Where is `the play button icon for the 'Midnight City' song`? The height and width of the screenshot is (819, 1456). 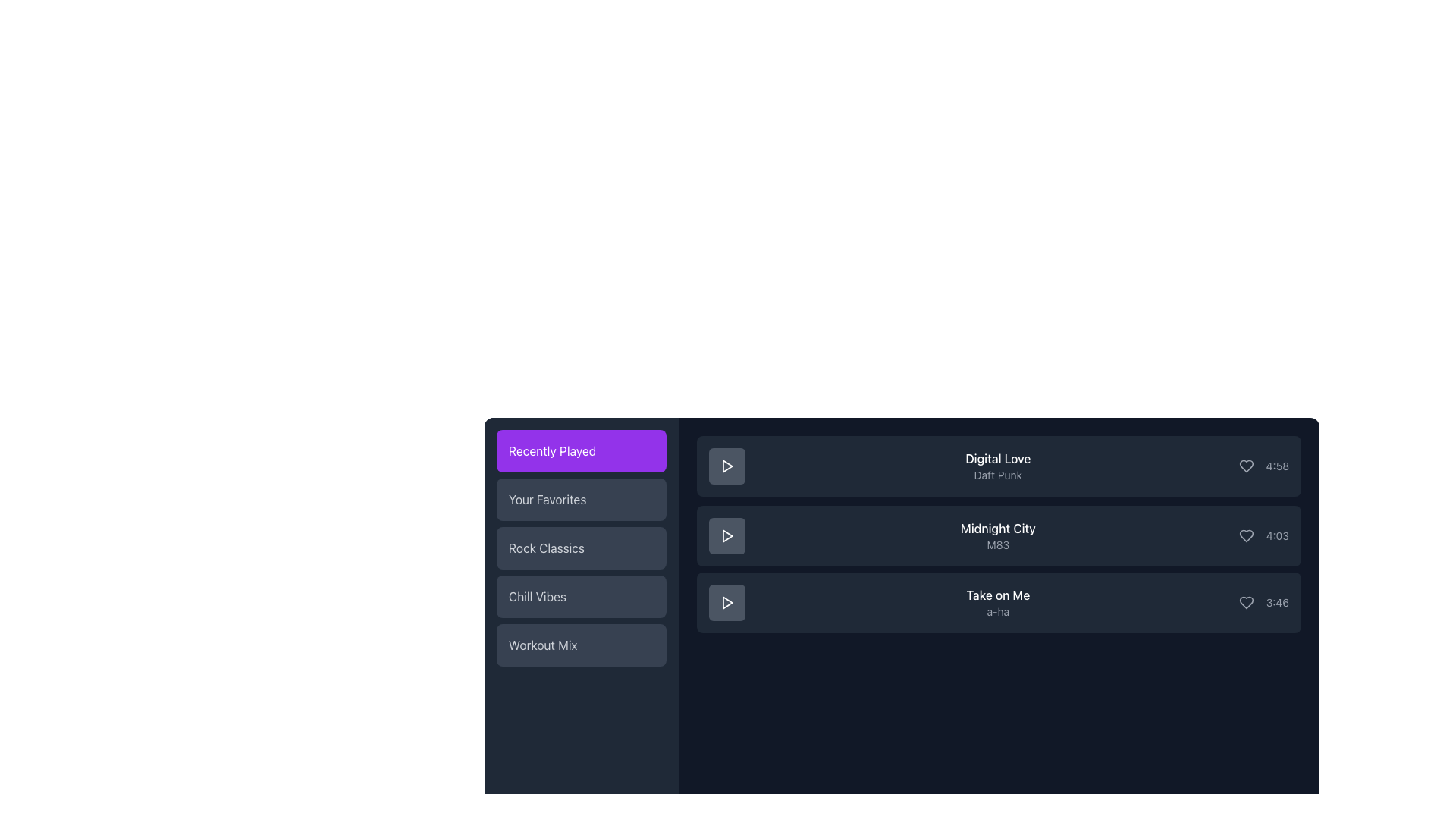
the play button icon for the 'Midnight City' song is located at coordinates (726, 535).